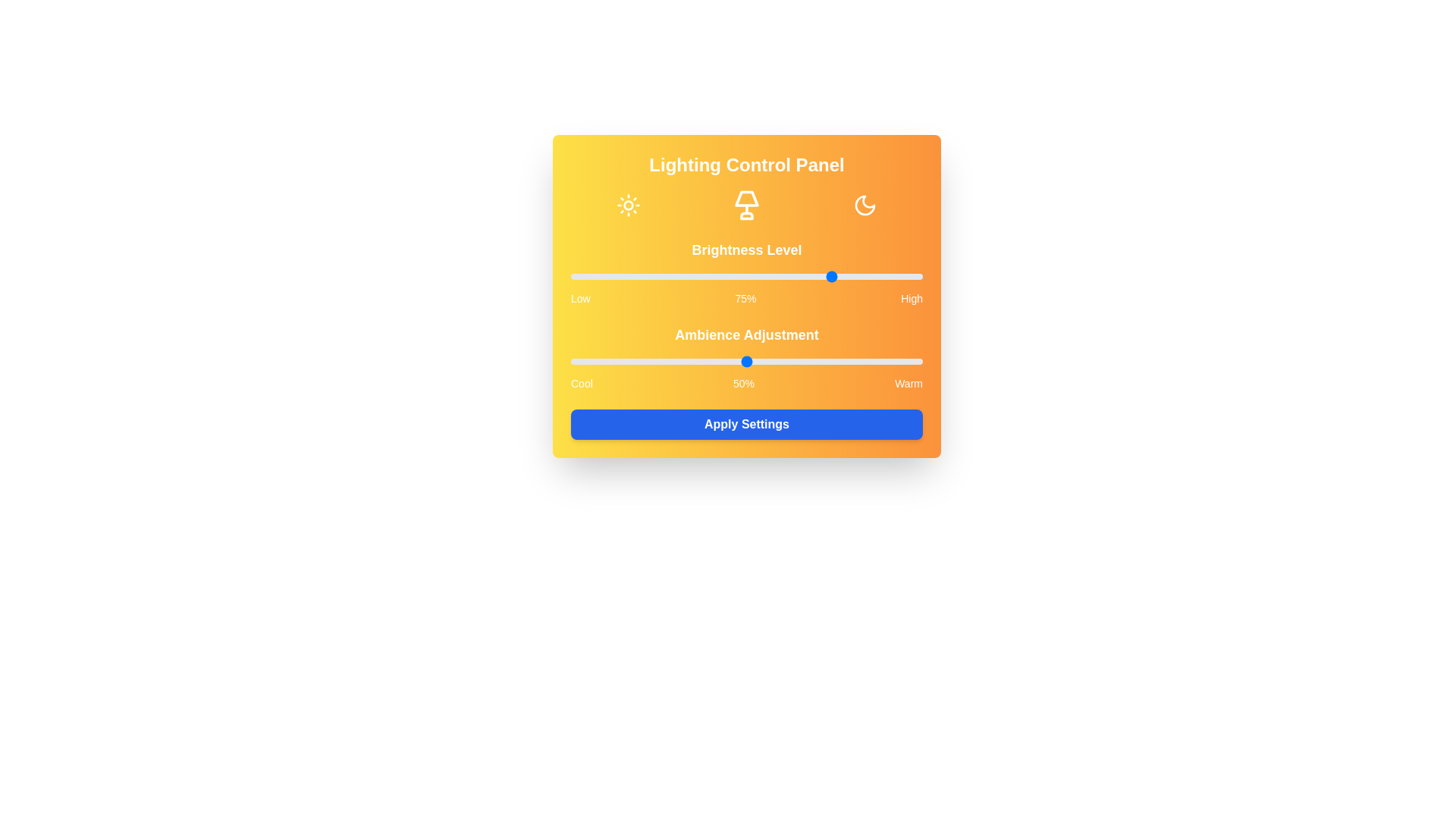 The height and width of the screenshot is (819, 1456). I want to click on the ambiance level to 19% by adjusting the slider, so click(638, 362).